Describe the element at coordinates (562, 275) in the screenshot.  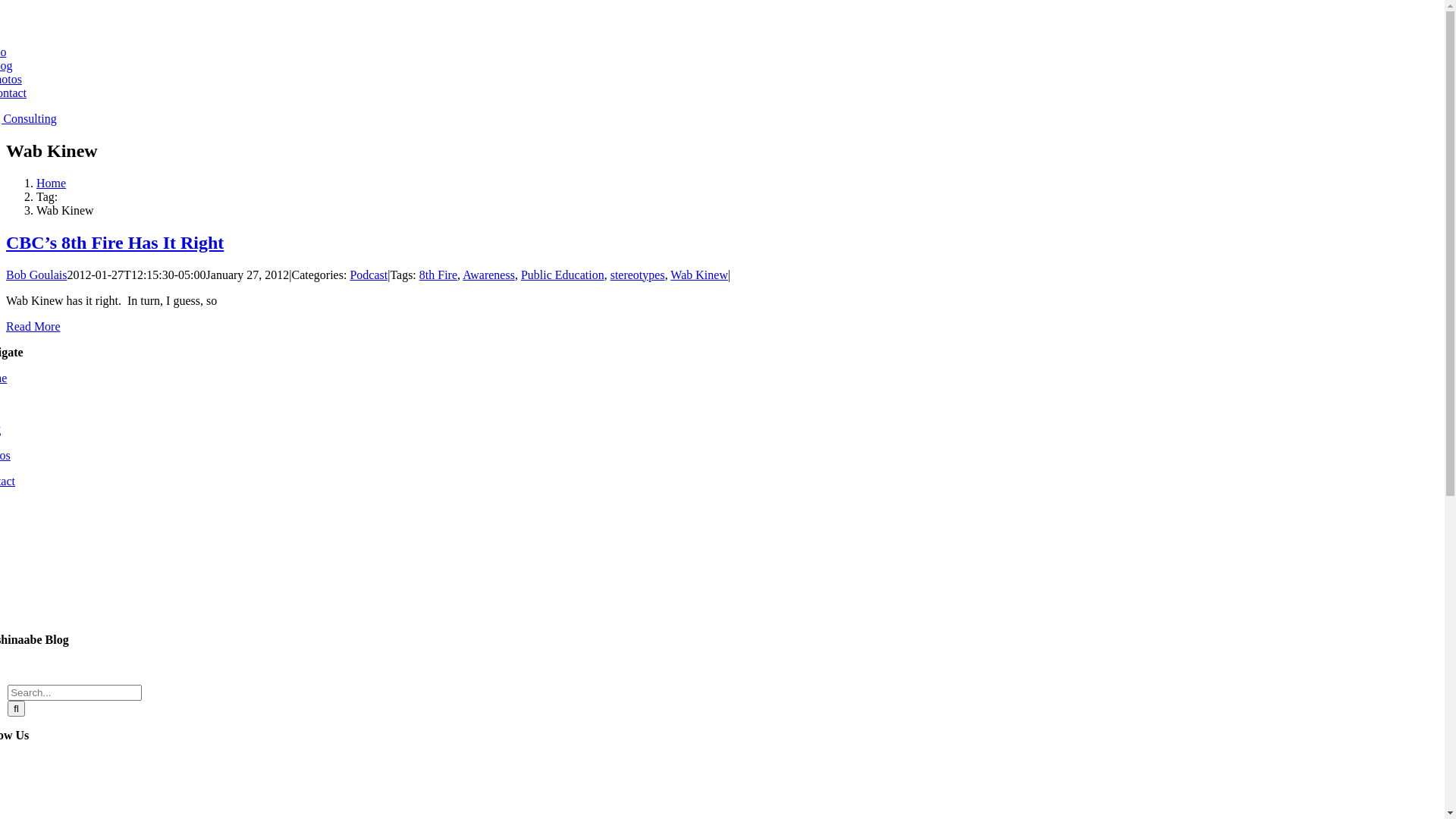
I see `'Public Education'` at that location.